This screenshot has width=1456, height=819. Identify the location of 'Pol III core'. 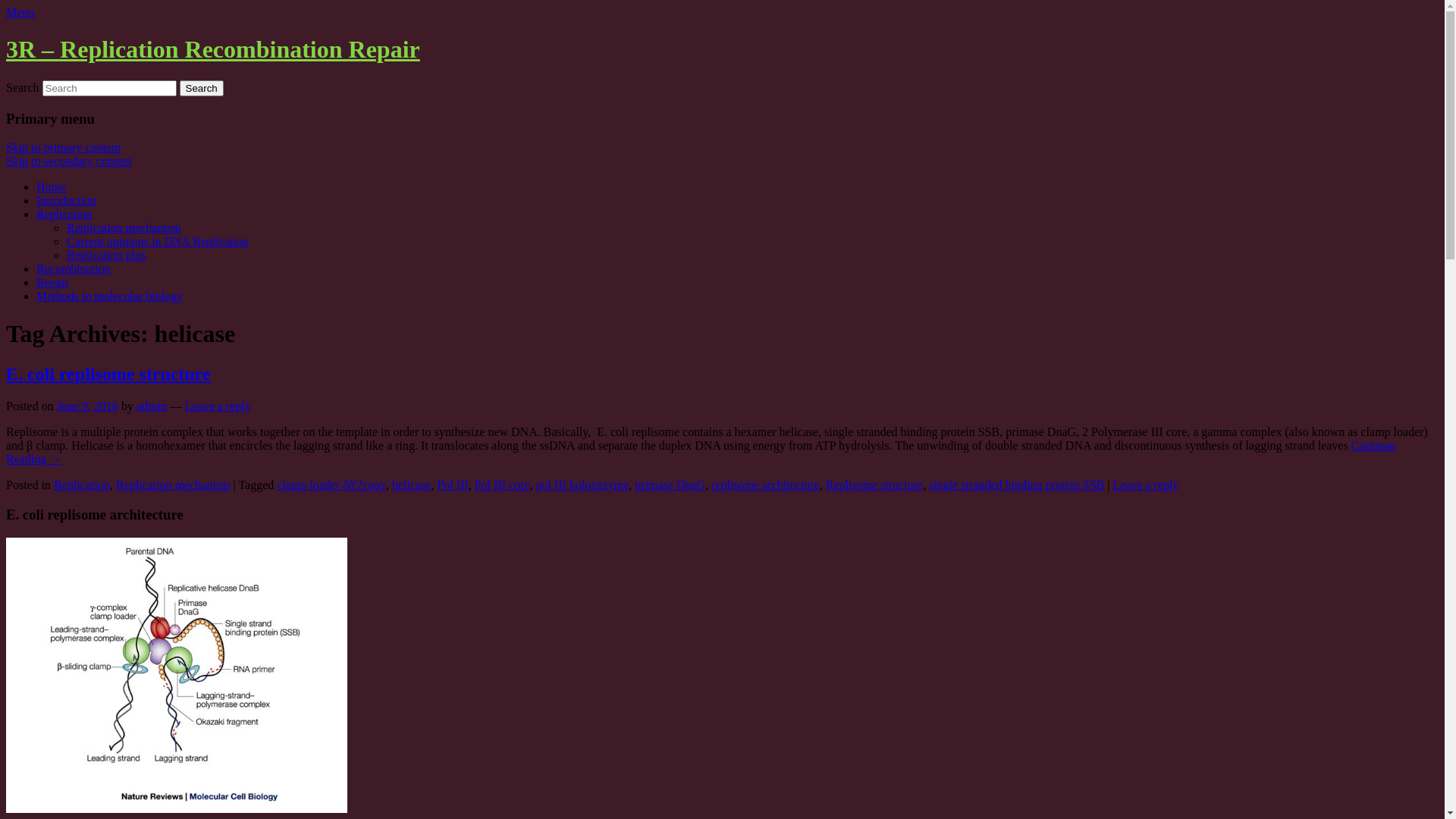
(502, 485).